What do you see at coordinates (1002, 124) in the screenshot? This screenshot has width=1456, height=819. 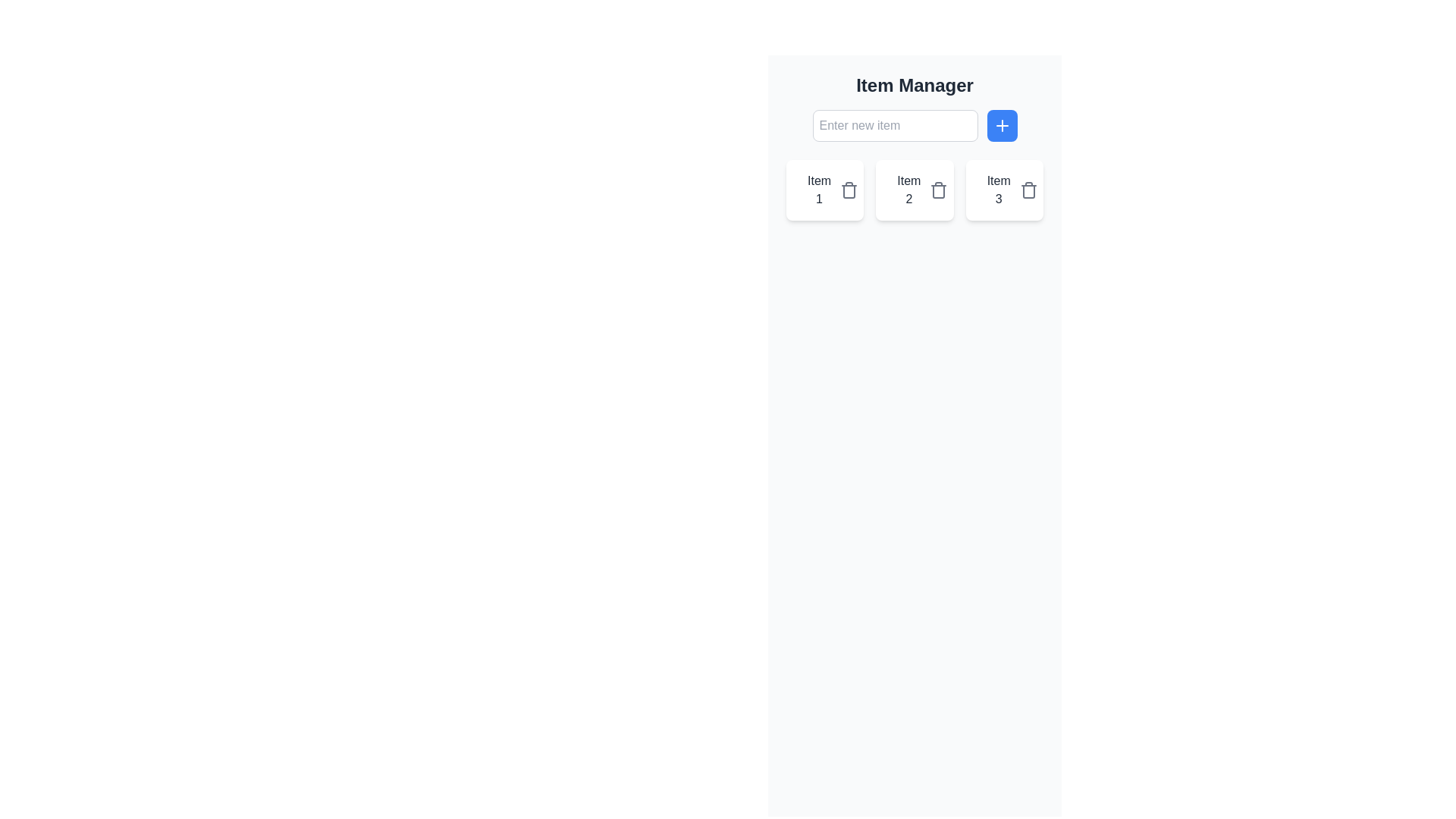 I see `the blue button with a white plus sign icon located in the top-right corner of the 'Item Manager' section` at bounding box center [1002, 124].